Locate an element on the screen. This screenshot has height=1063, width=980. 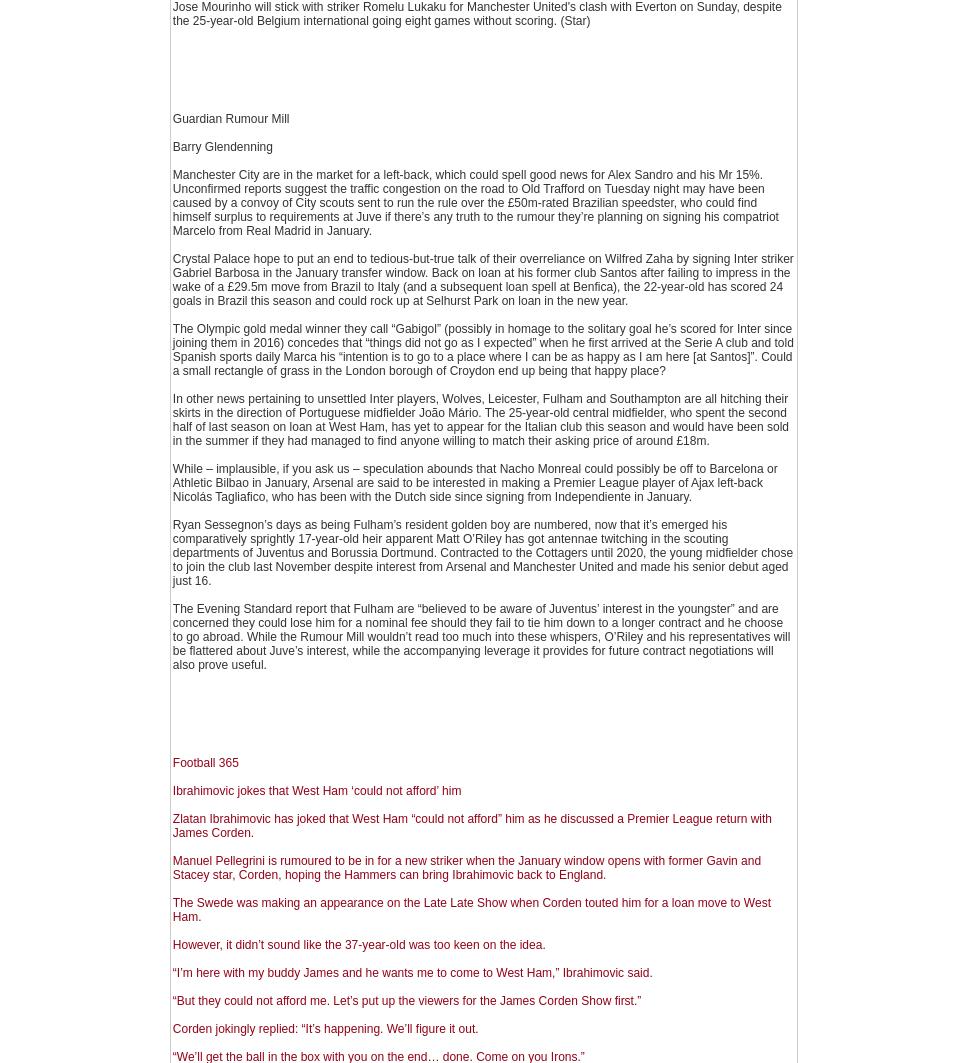
'The Olympic gold medal winner they call “Gabigol” (possibly in homage to the solitary goal he’s scored for Inter since joining them in 2016) concedes that “things did not go as I expected” when he first arrived at the Serie A club and told Spanish sports daily Marca his “intention is to go to a place where I can be as happy as I am here [at Santos]”. Could a small rectangle of grass in the London borough of Croydon end up being that happy place?' is located at coordinates (482, 350).